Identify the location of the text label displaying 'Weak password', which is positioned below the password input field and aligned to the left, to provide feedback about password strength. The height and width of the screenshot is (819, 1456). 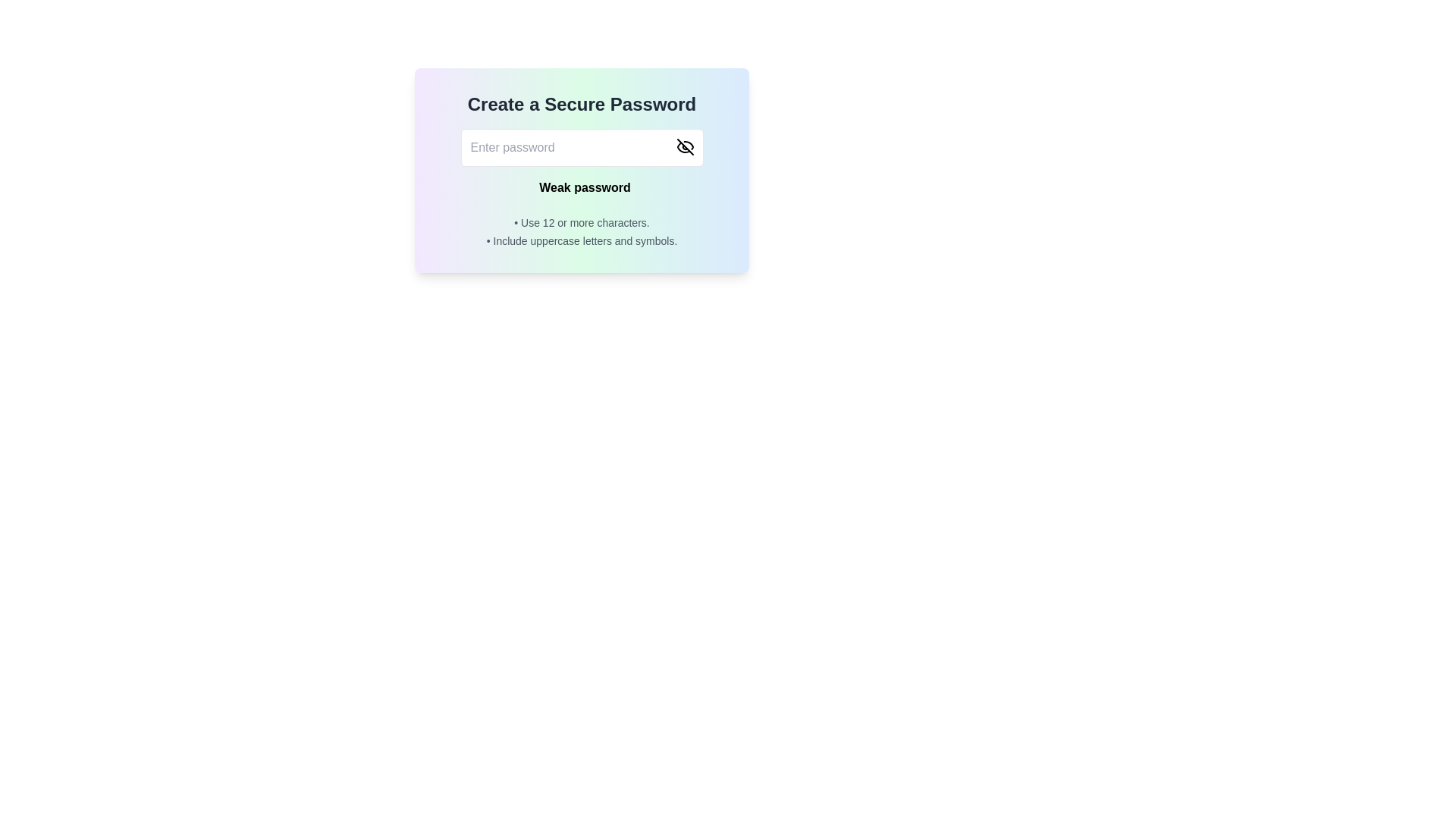
(584, 187).